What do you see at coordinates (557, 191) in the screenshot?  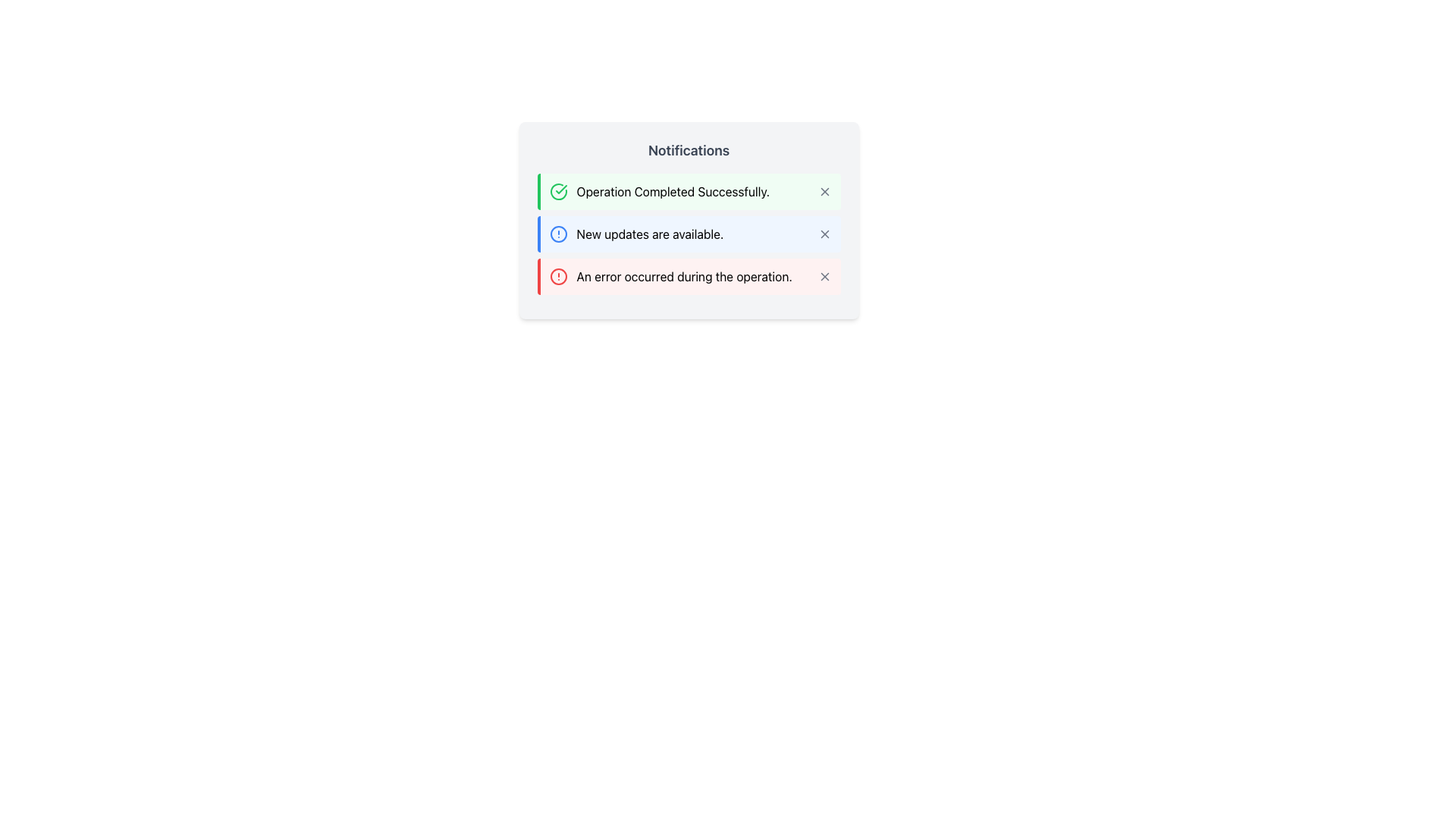 I see `the green circular icon with a checkmark inside, which symbolizes a successful action, located adjacent to the text 'Operation Completed Successfully.'` at bounding box center [557, 191].